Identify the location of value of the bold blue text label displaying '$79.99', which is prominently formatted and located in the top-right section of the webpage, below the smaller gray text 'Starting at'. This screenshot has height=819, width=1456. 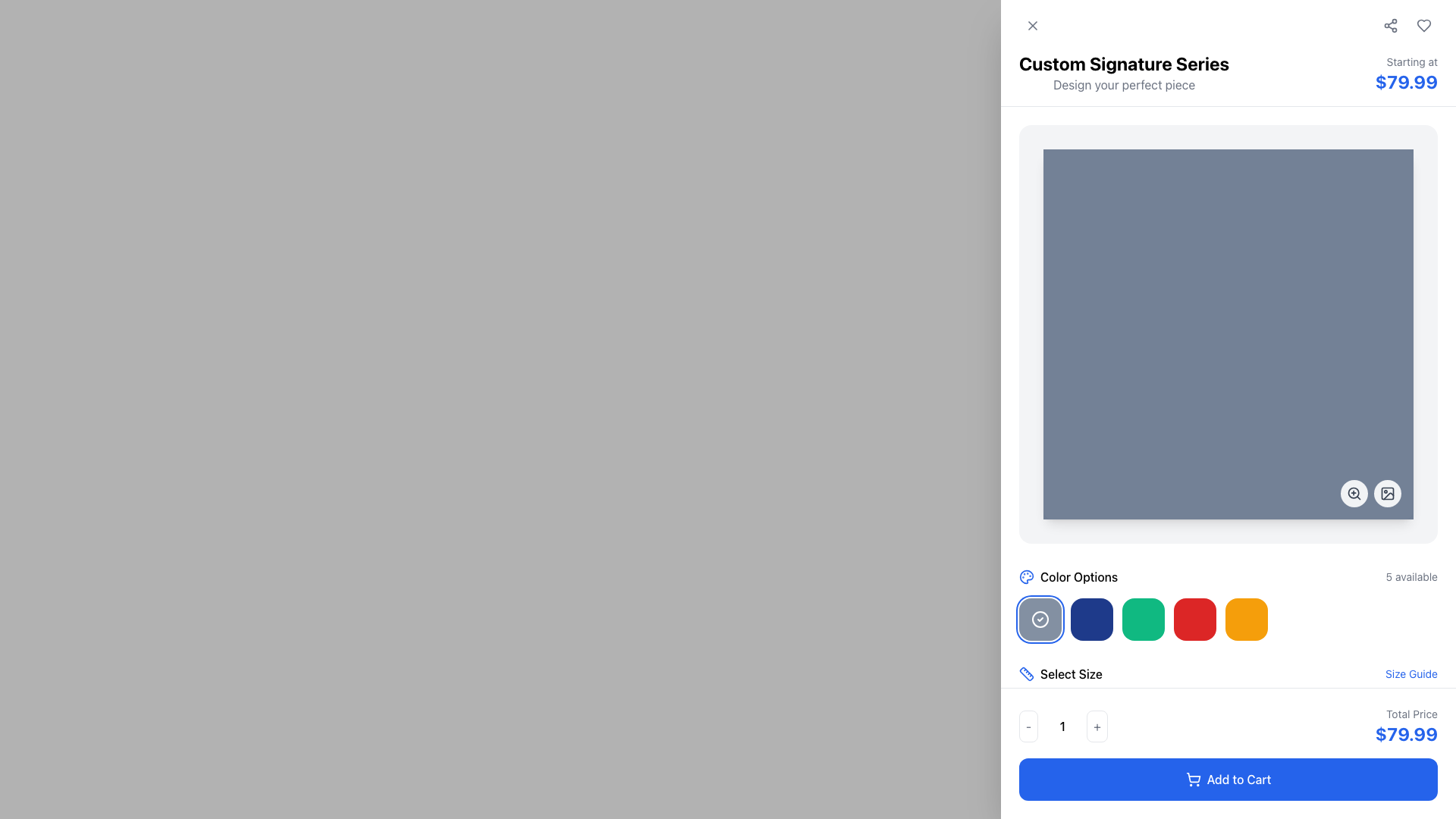
(1405, 82).